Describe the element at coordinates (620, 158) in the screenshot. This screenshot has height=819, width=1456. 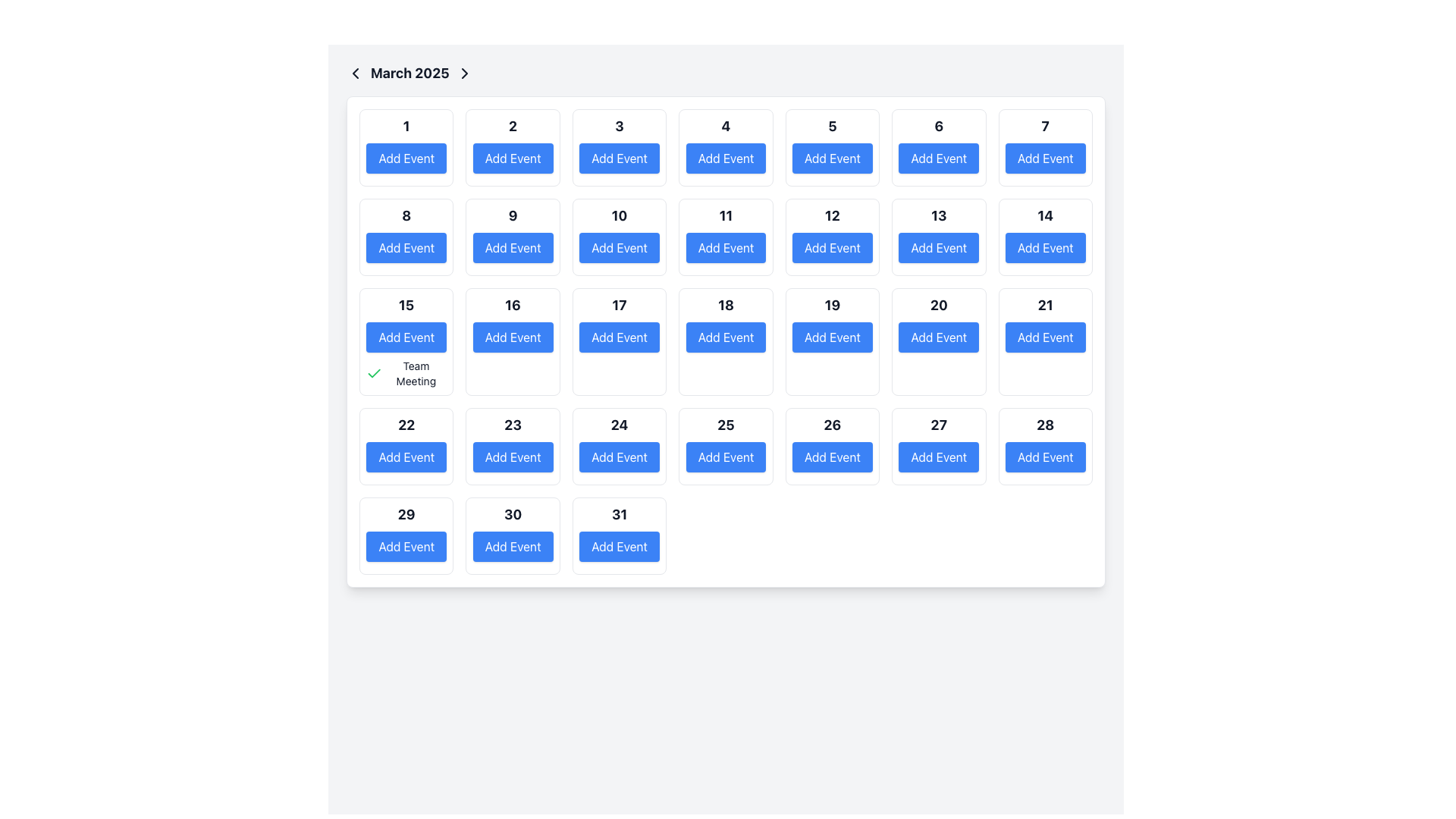
I see `the 'Add Event' button, which is a rectangular button with a blue background and white text, located in the third cell of the top row of the calendar interface` at that location.